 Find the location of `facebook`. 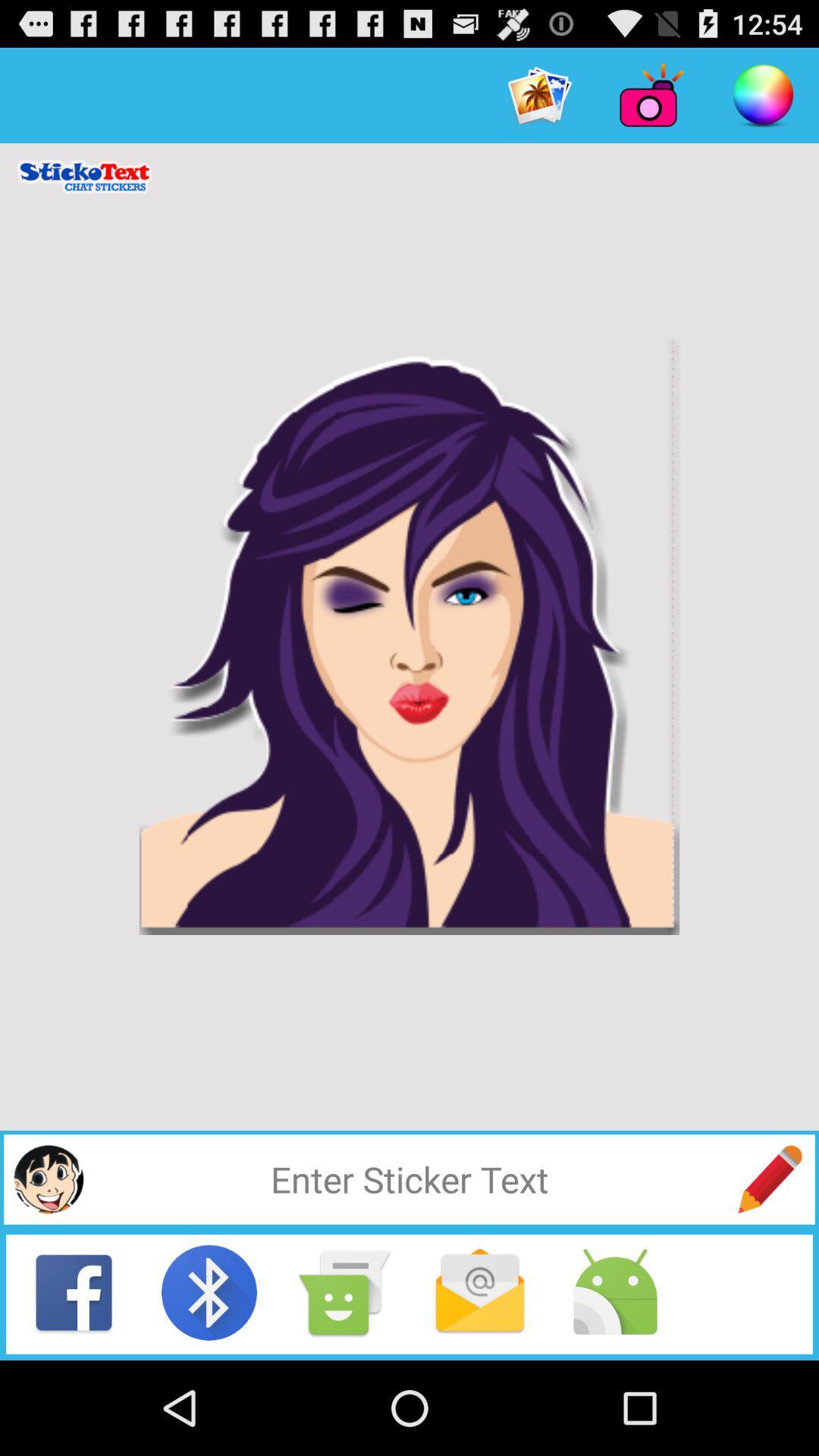

facebook is located at coordinates (74, 1291).